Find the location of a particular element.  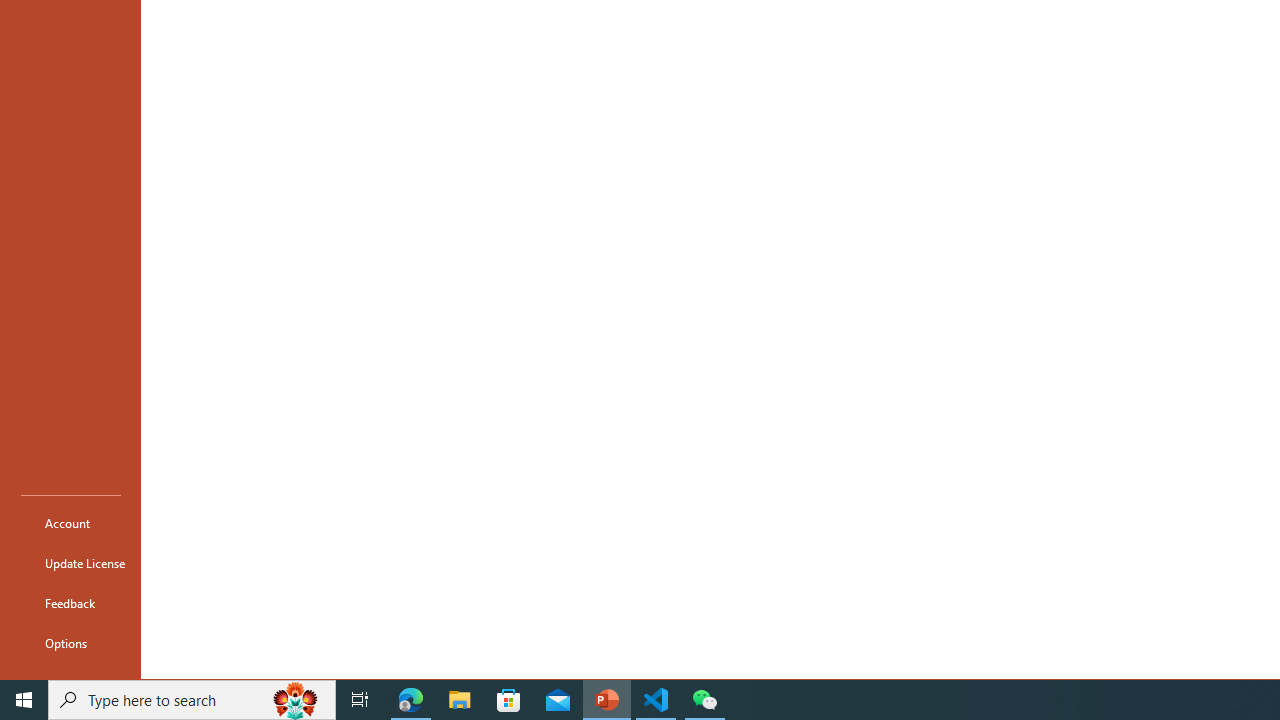

'Options' is located at coordinates (71, 642).